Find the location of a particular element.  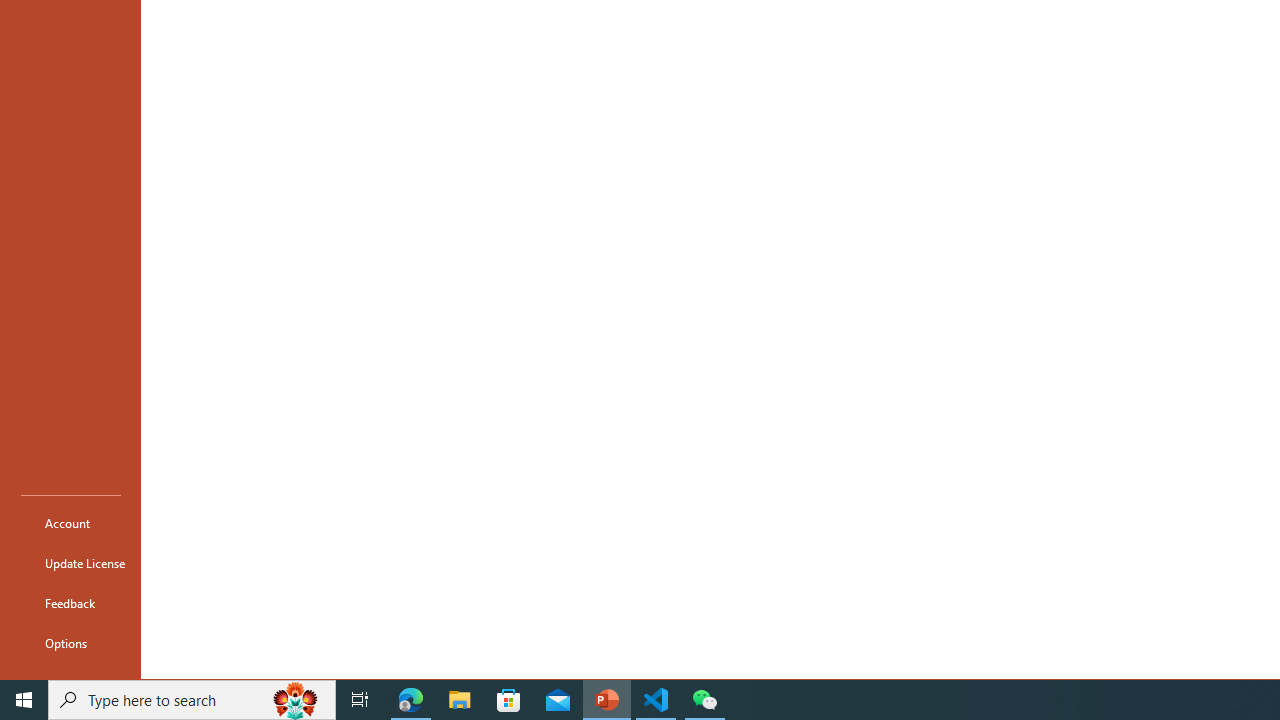

'Options' is located at coordinates (71, 642).